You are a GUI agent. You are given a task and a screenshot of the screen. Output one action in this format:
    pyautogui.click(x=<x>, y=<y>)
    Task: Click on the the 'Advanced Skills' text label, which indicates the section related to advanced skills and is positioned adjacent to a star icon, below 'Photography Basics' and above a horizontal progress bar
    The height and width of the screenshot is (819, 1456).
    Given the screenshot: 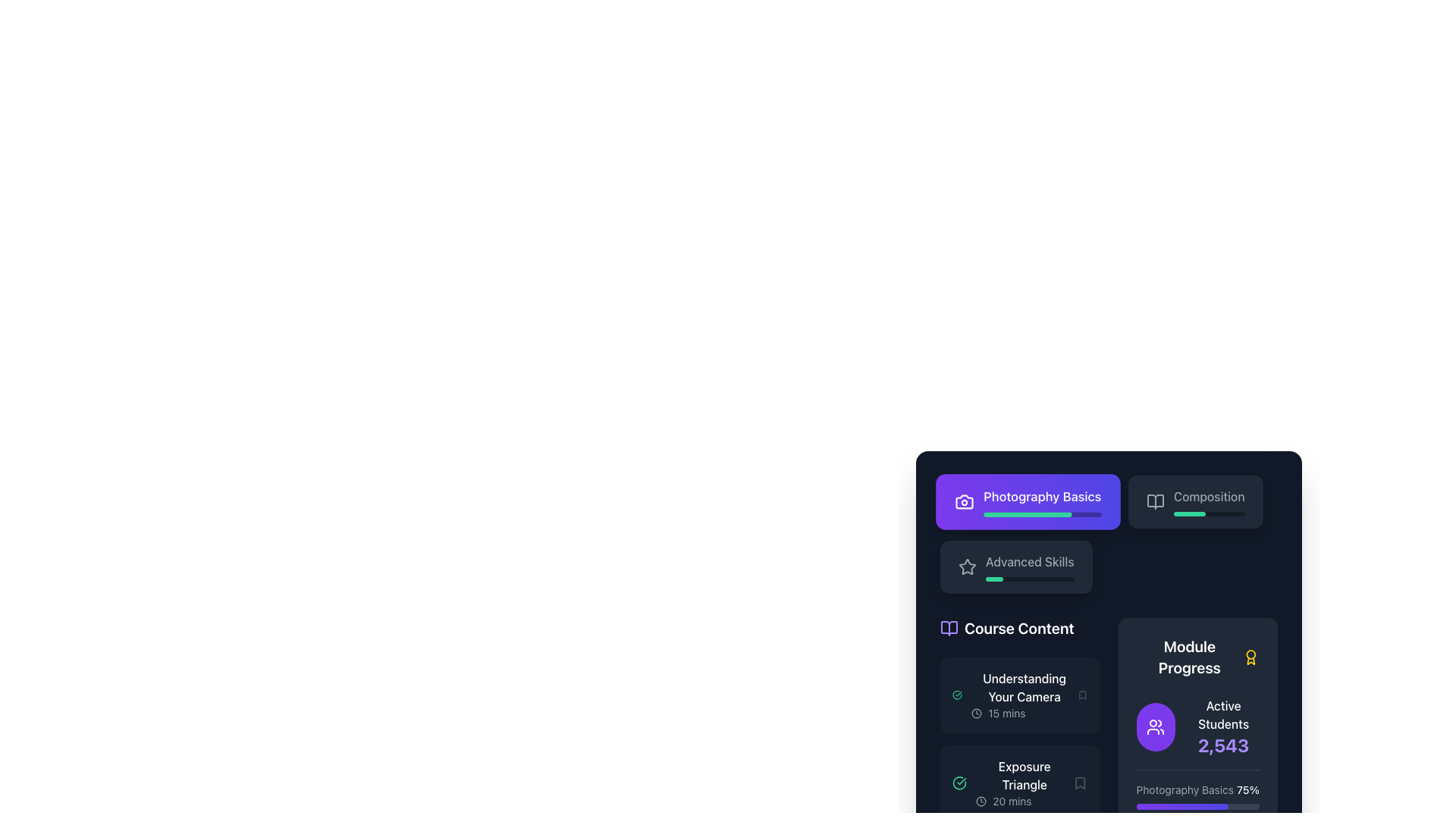 What is the action you would take?
    pyautogui.click(x=1030, y=561)
    